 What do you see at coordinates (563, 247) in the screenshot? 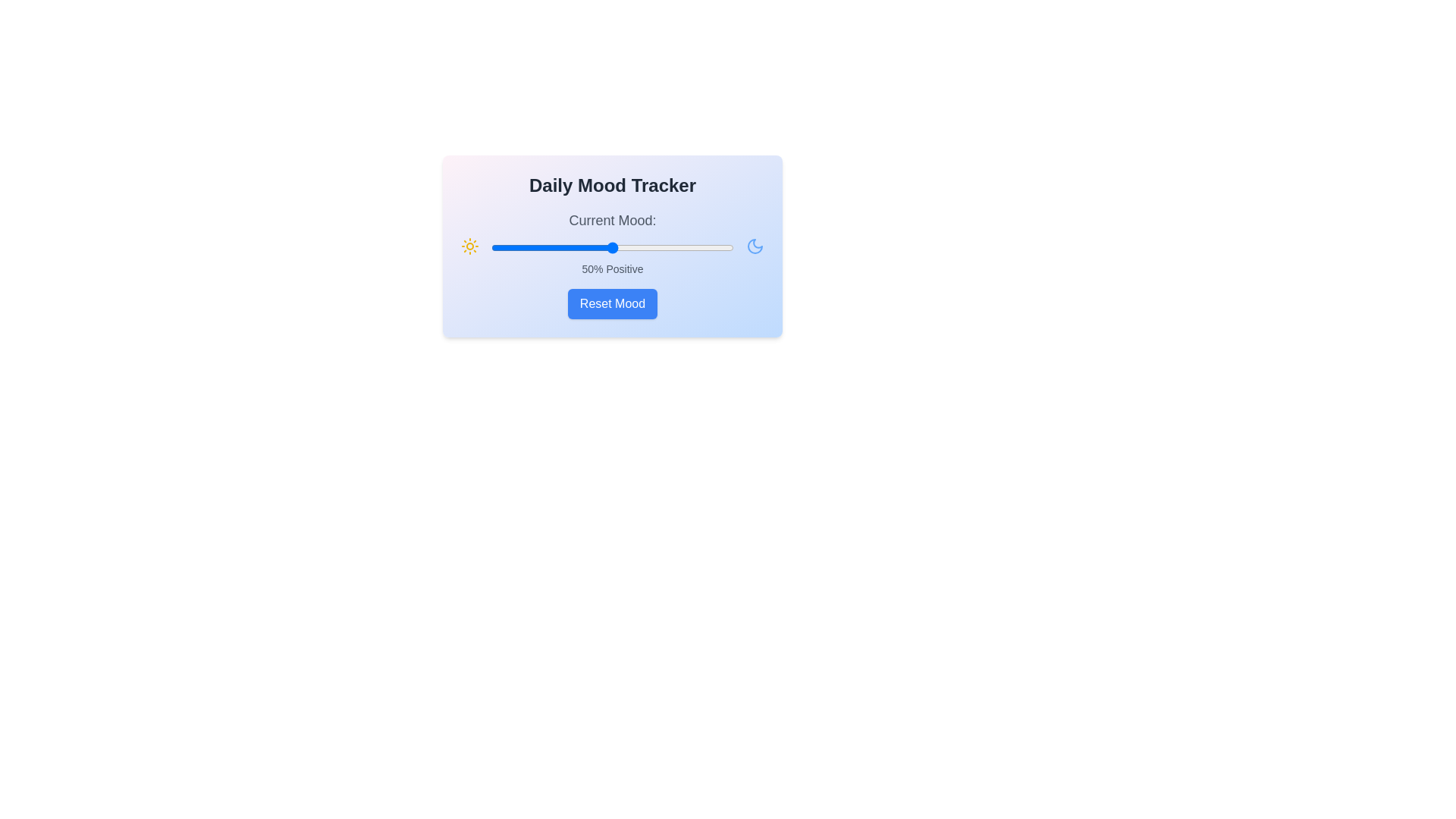
I see `mood rating` at bounding box center [563, 247].